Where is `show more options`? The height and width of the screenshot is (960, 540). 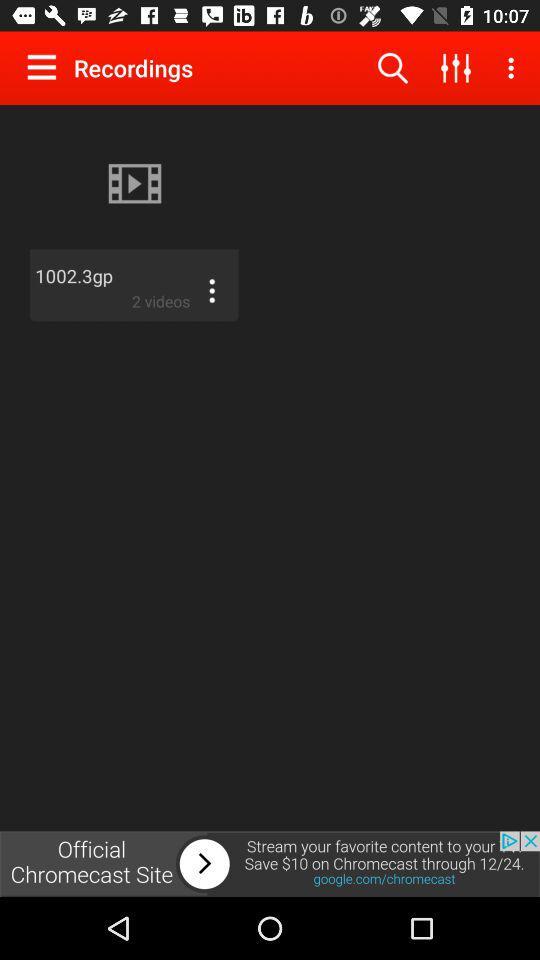 show more options is located at coordinates (210, 289).